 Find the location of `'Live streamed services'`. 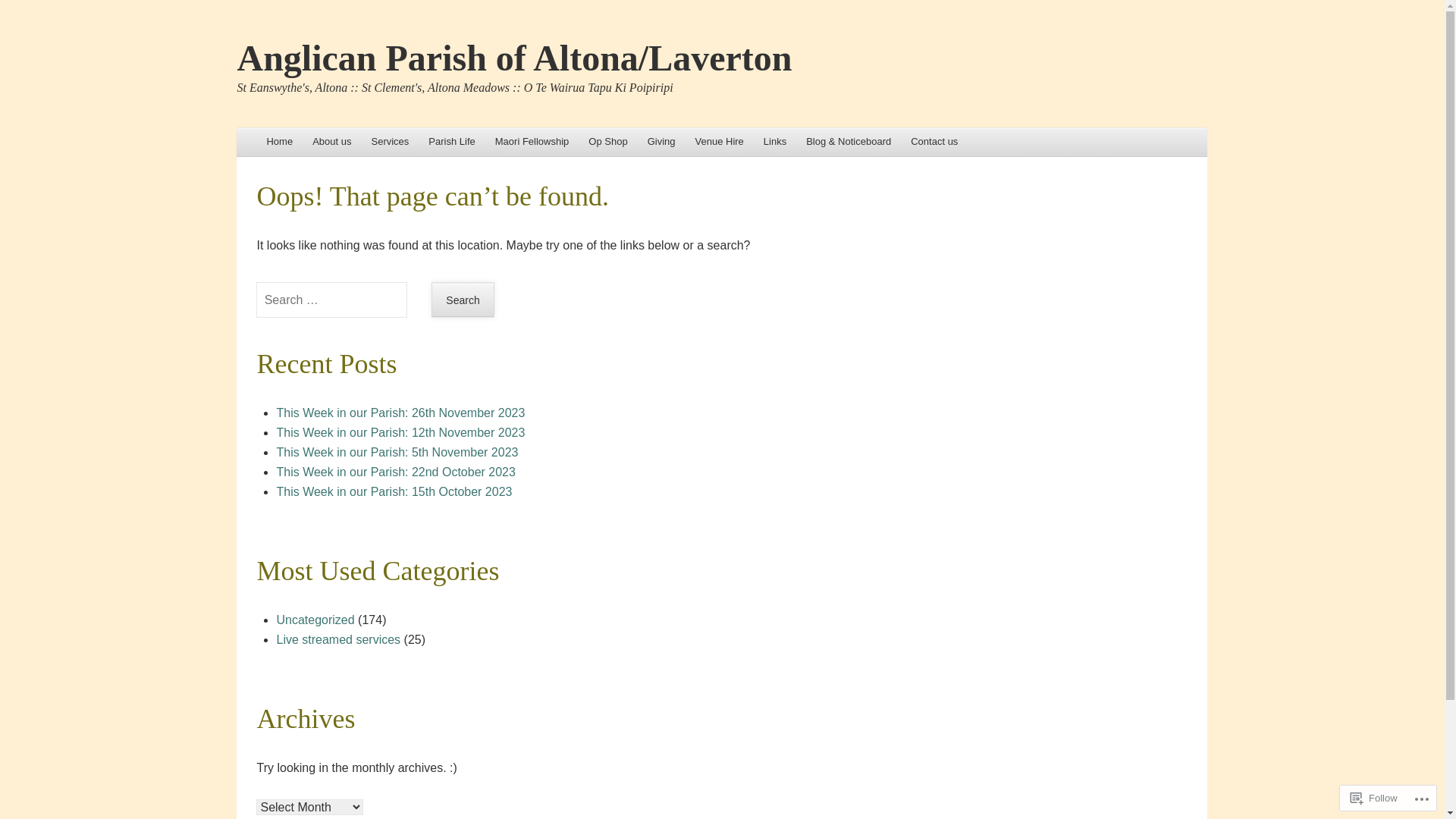

'Live streamed services' is located at coordinates (276, 639).